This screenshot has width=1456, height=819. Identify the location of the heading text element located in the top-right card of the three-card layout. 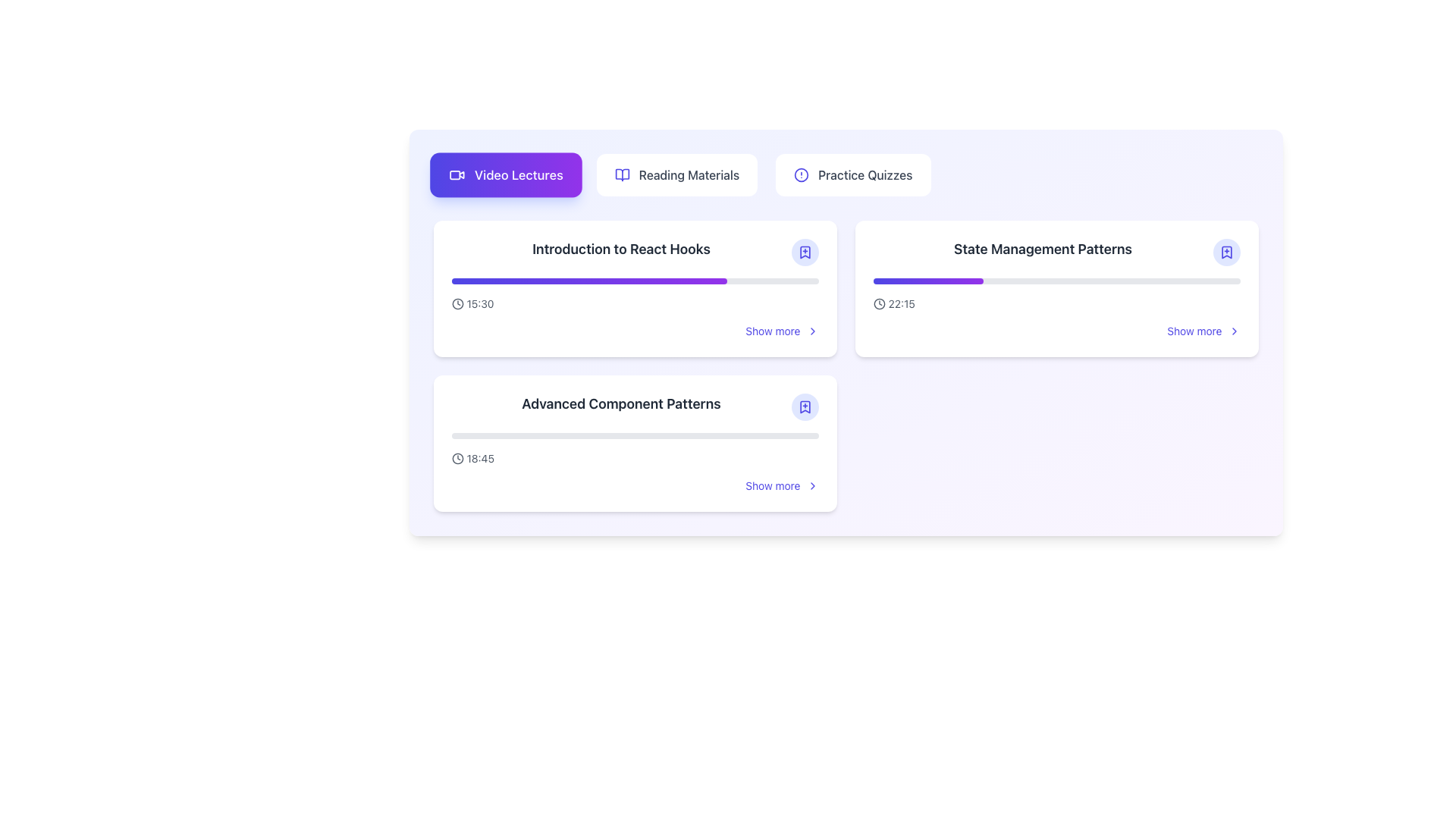
(1056, 251).